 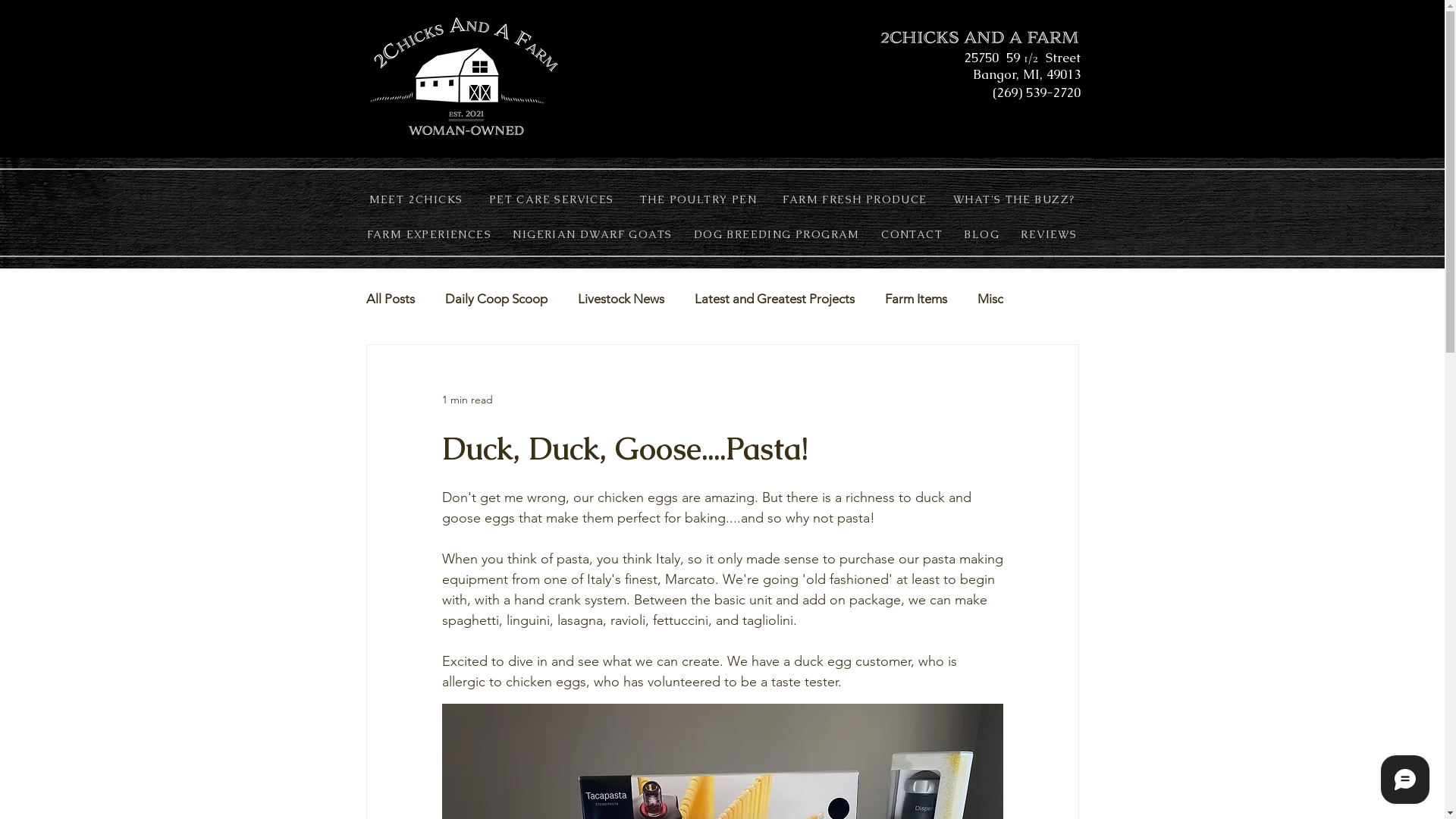 What do you see at coordinates (356, 234) in the screenshot?
I see `'FARM EXPERIENCES'` at bounding box center [356, 234].